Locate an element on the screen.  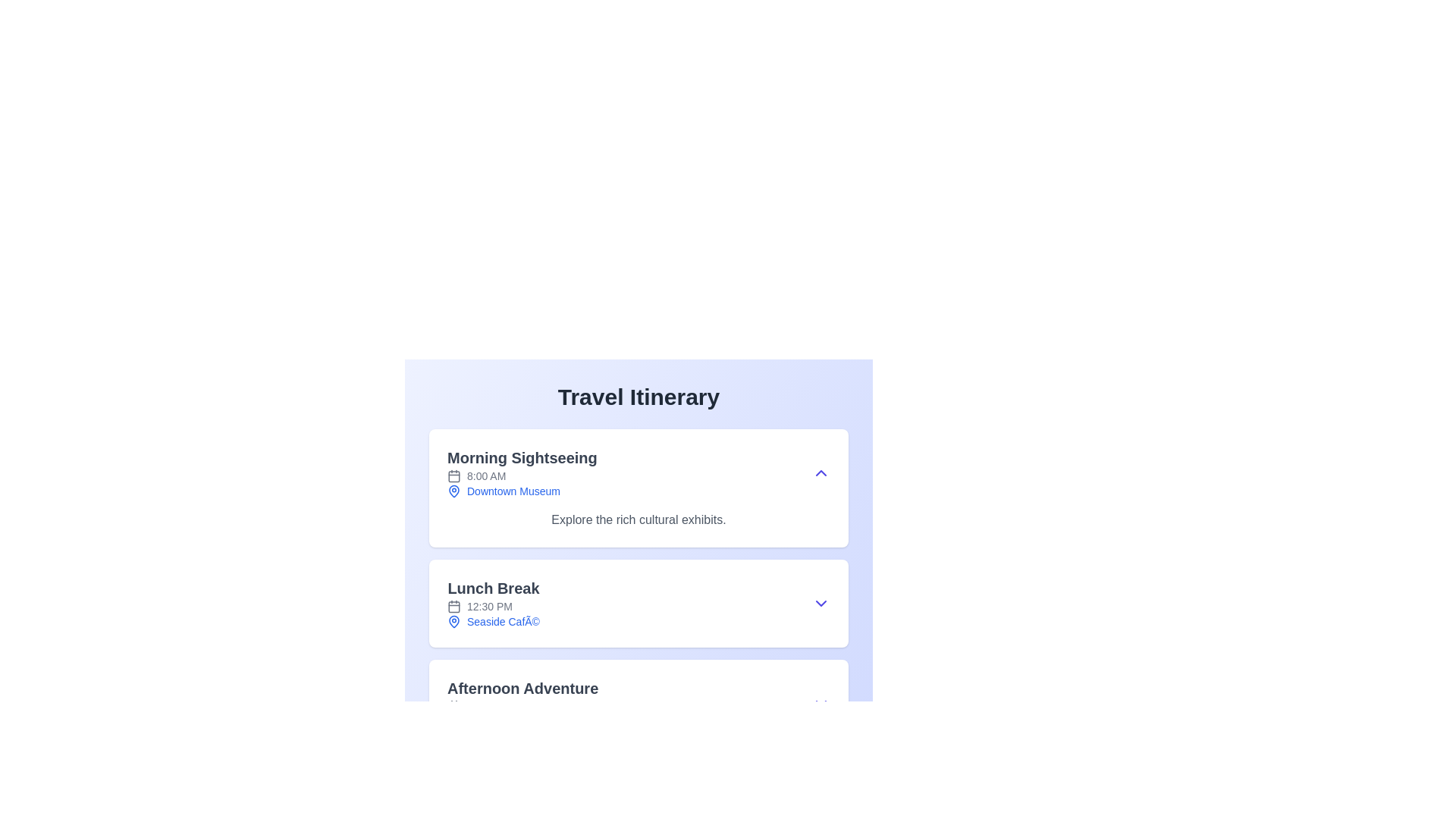
the downward-pointing chevron icon of the Dropdown toggle button in the 'Lunch Break' section is located at coordinates (821, 602).